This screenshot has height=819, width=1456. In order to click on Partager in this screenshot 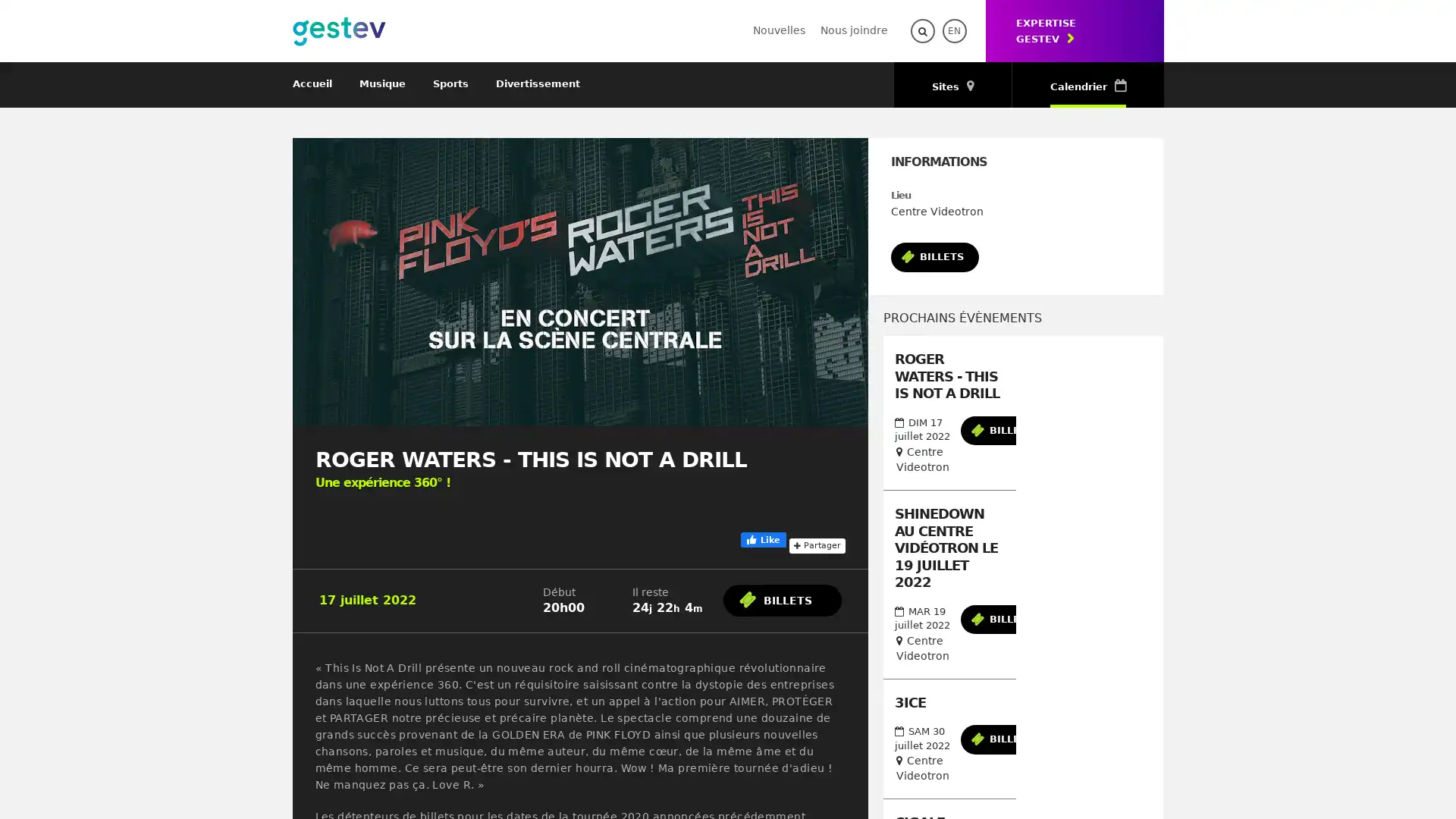, I will do `click(815, 450)`.